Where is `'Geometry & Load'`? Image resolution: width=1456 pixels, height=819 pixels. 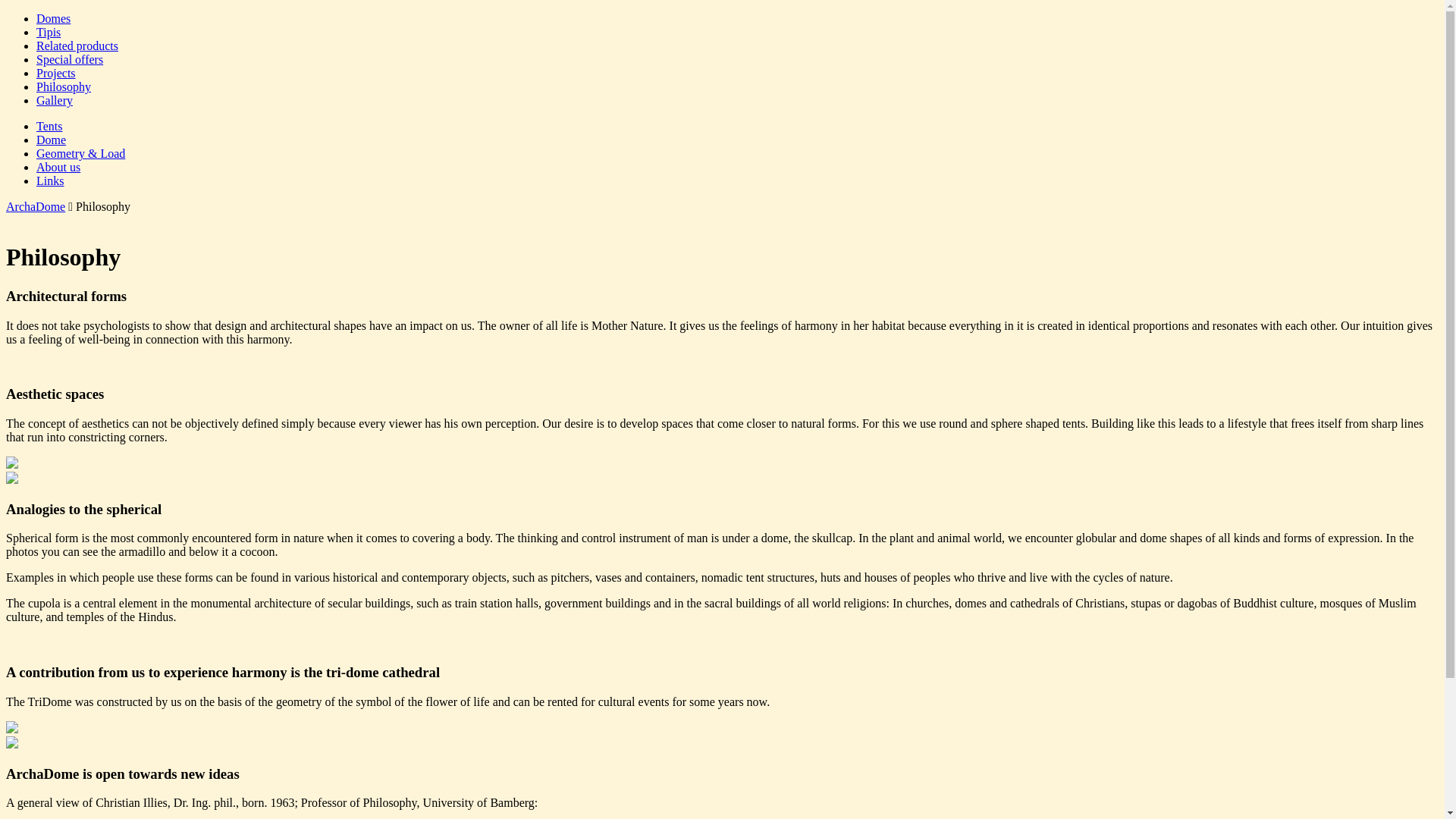
'Geometry & Load' is located at coordinates (80, 153).